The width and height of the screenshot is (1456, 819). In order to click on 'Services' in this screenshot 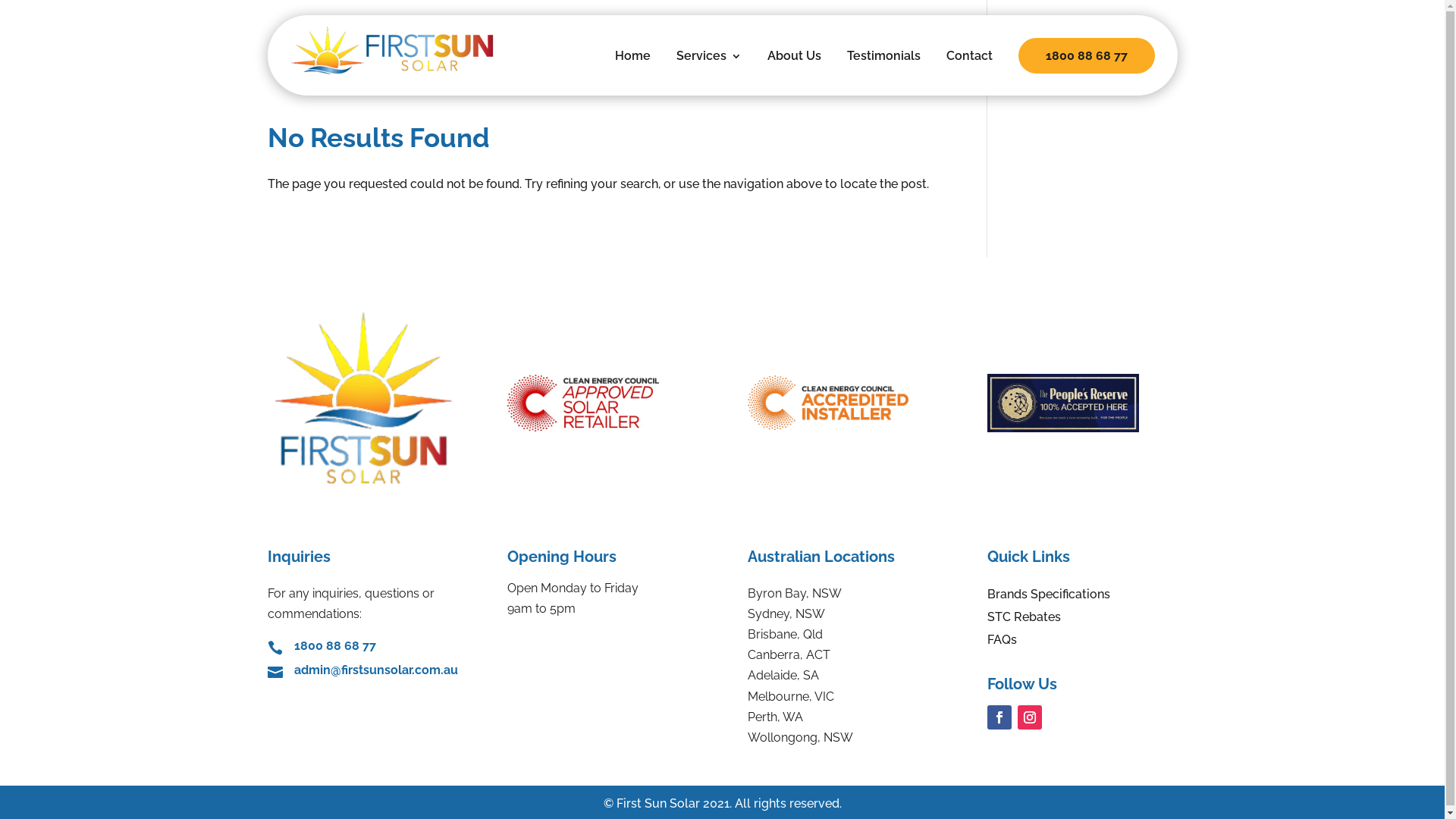, I will do `click(676, 66)`.